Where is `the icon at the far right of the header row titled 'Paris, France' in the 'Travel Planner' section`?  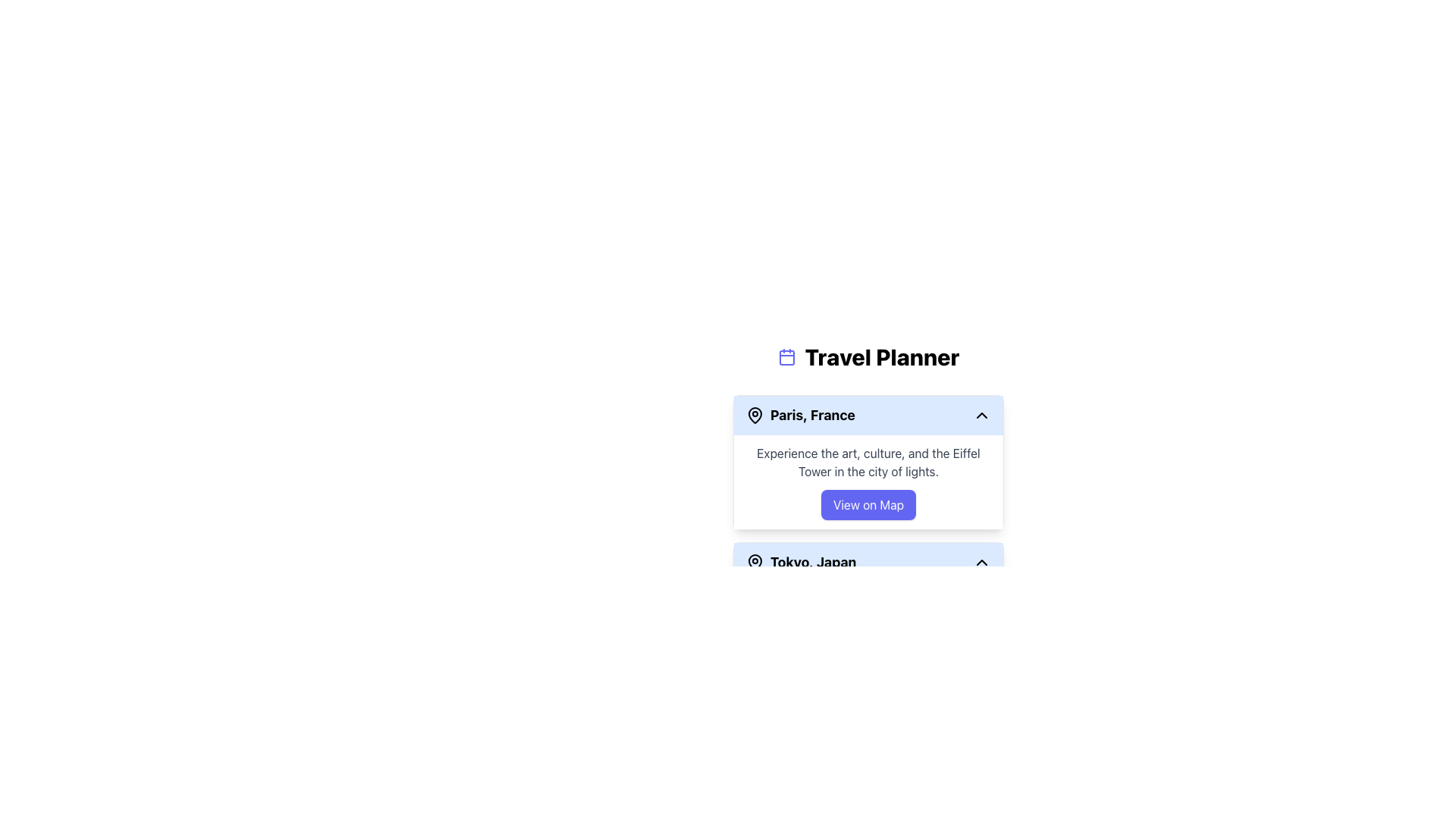
the icon at the far right of the header row titled 'Paris, France' in the 'Travel Planner' section is located at coordinates (982, 415).